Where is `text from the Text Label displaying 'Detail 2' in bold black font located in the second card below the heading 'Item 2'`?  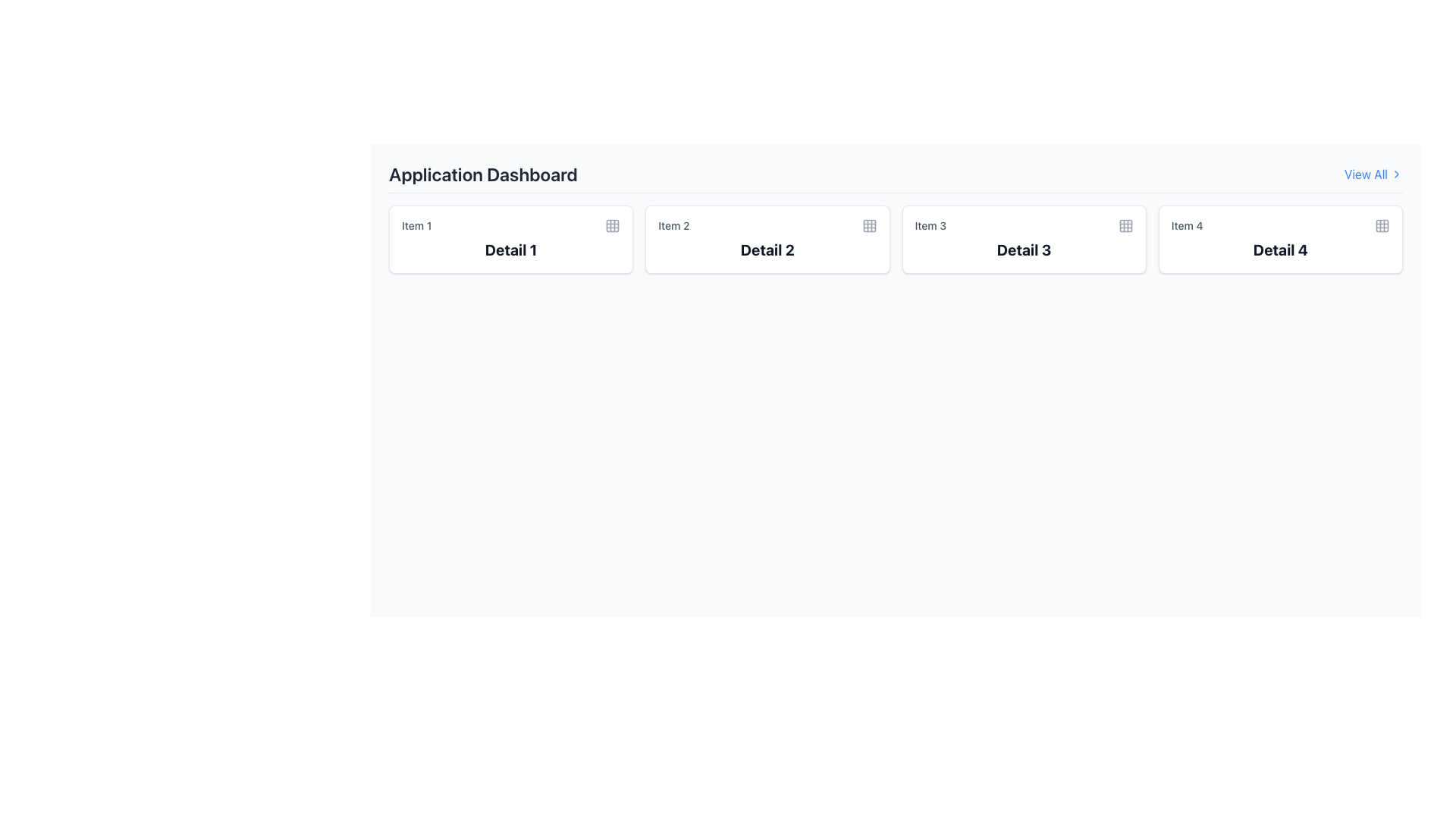
text from the Text Label displaying 'Detail 2' in bold black font located in the second card below the heading 'Item 2' is located at coordinates (767, 249).